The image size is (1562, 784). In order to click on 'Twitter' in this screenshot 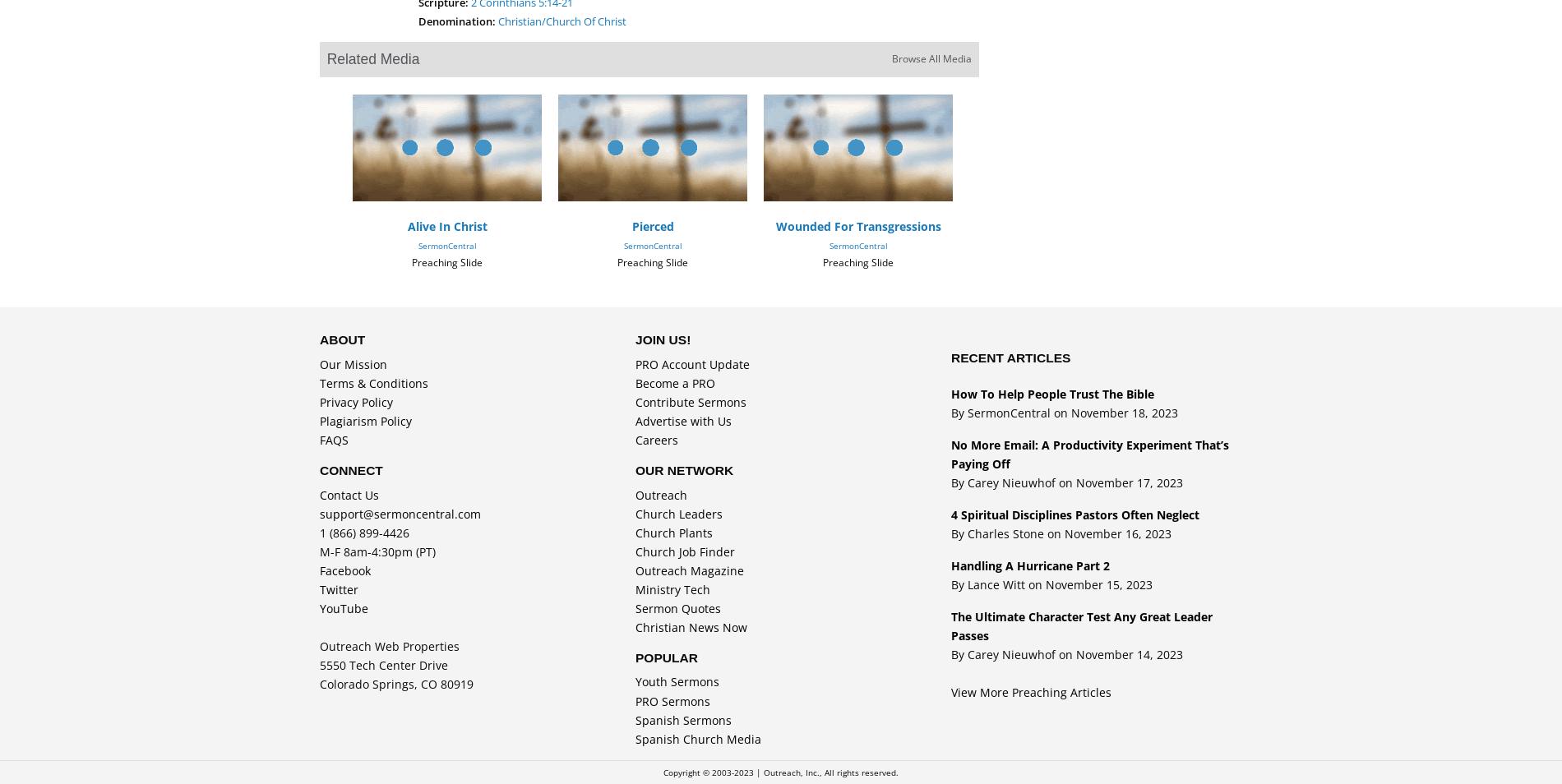, I will do `click(318, 588)`.